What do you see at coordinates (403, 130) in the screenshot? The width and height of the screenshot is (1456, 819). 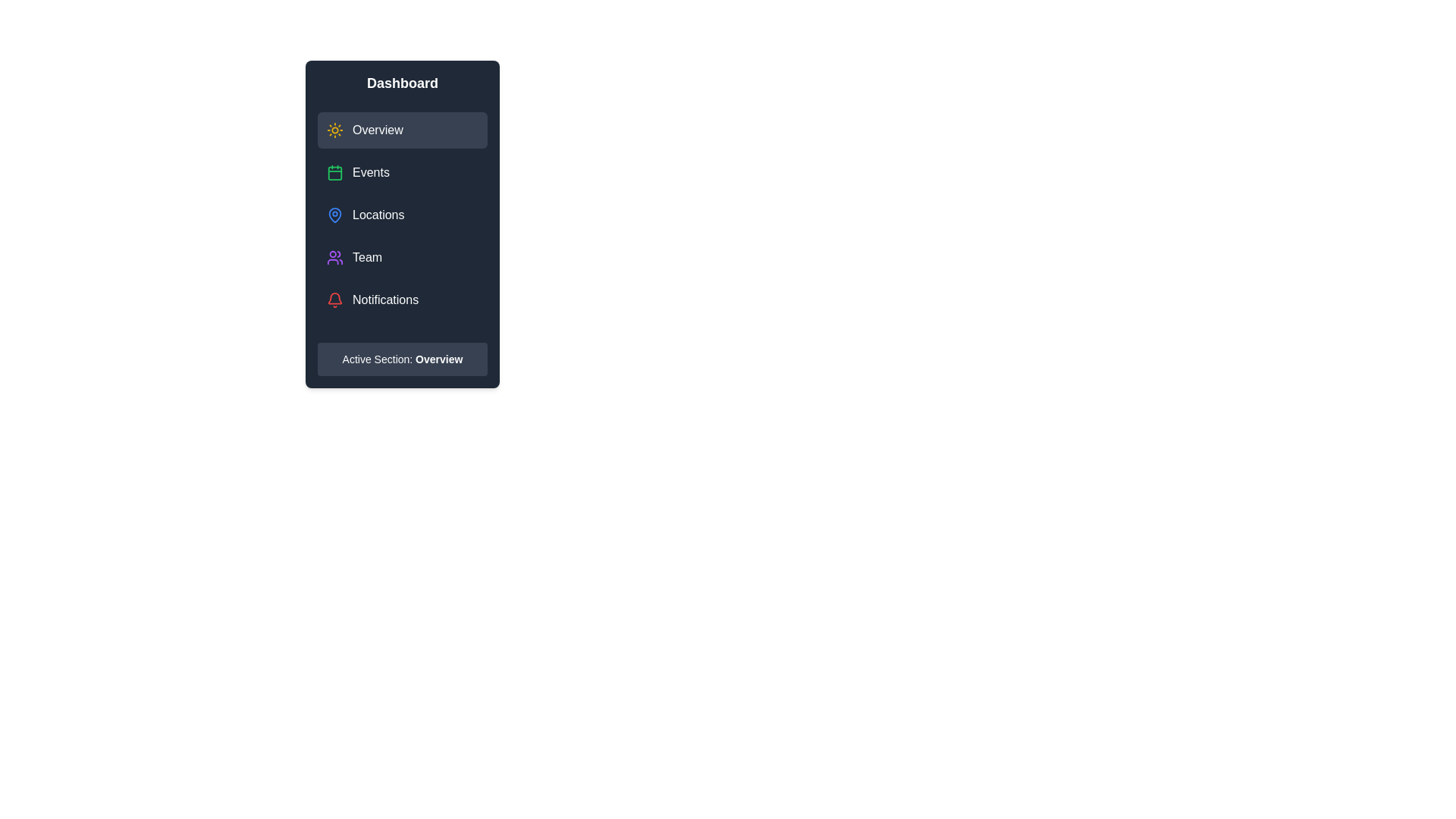 I see `the menu item Overview to navigate to the corresponding section` at bounding box center [403, 130].